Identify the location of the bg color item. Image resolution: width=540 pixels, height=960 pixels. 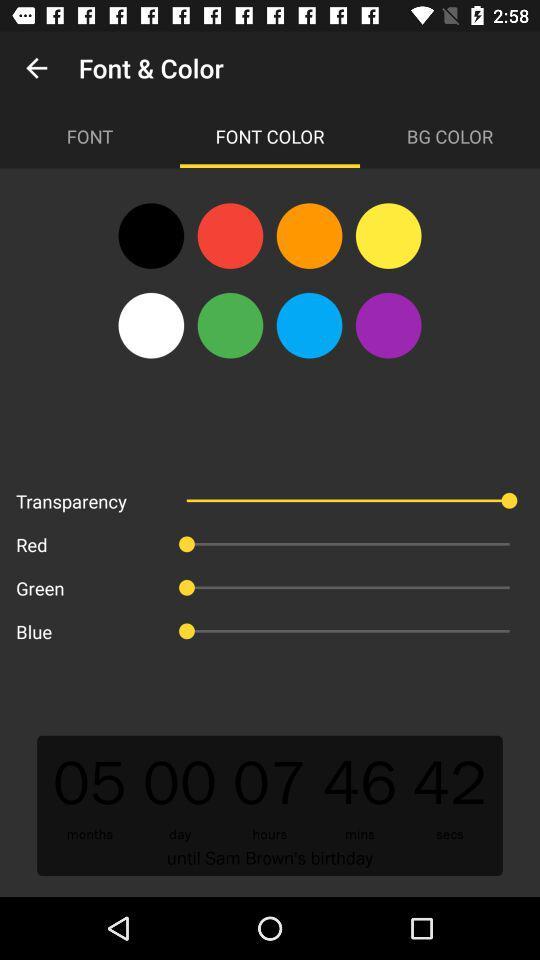
(449, 135).